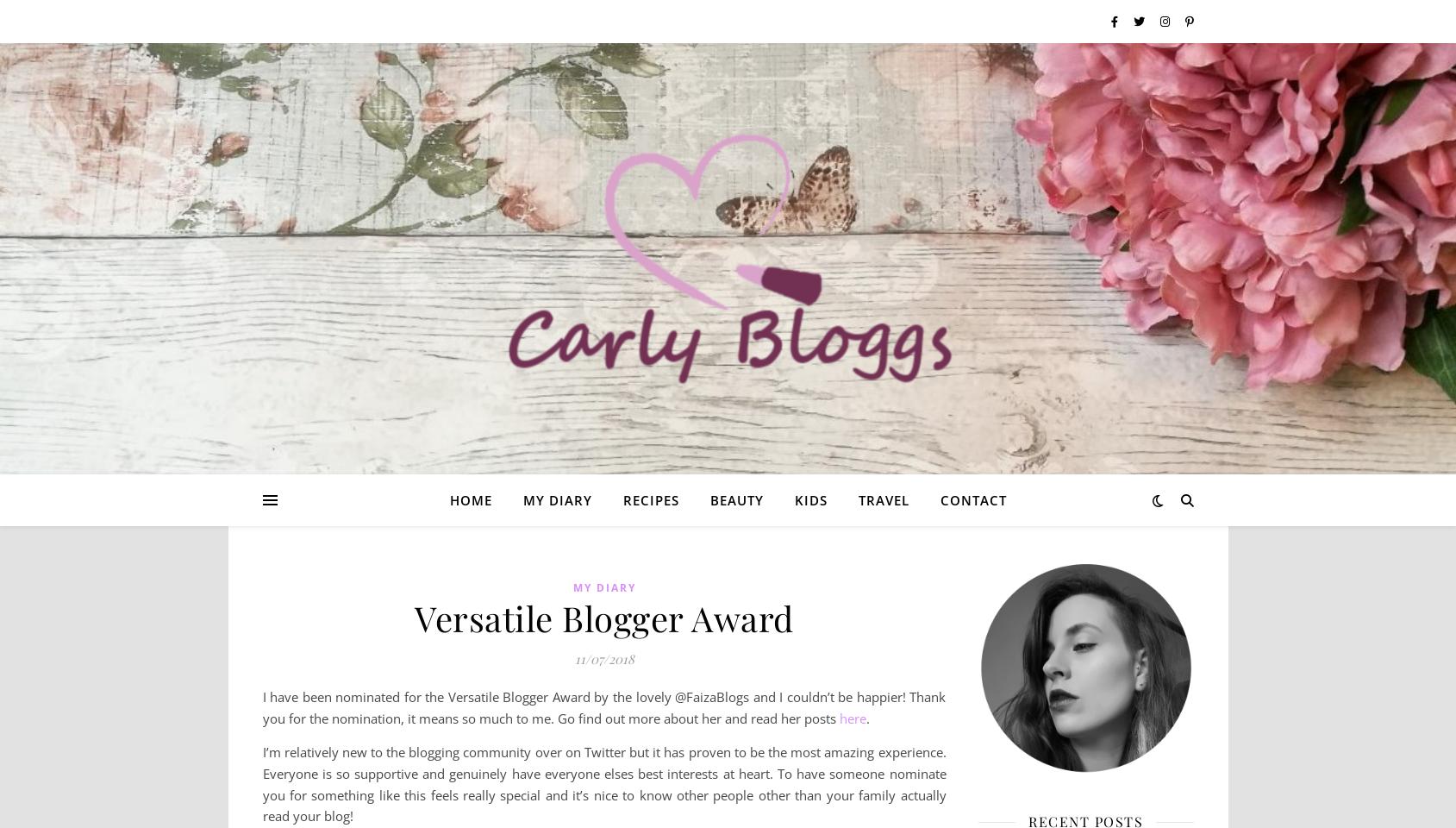  Describe the element at coordinates (415, 617) in the screenshot. I see `'Versatile Blogger Award'` at that location.